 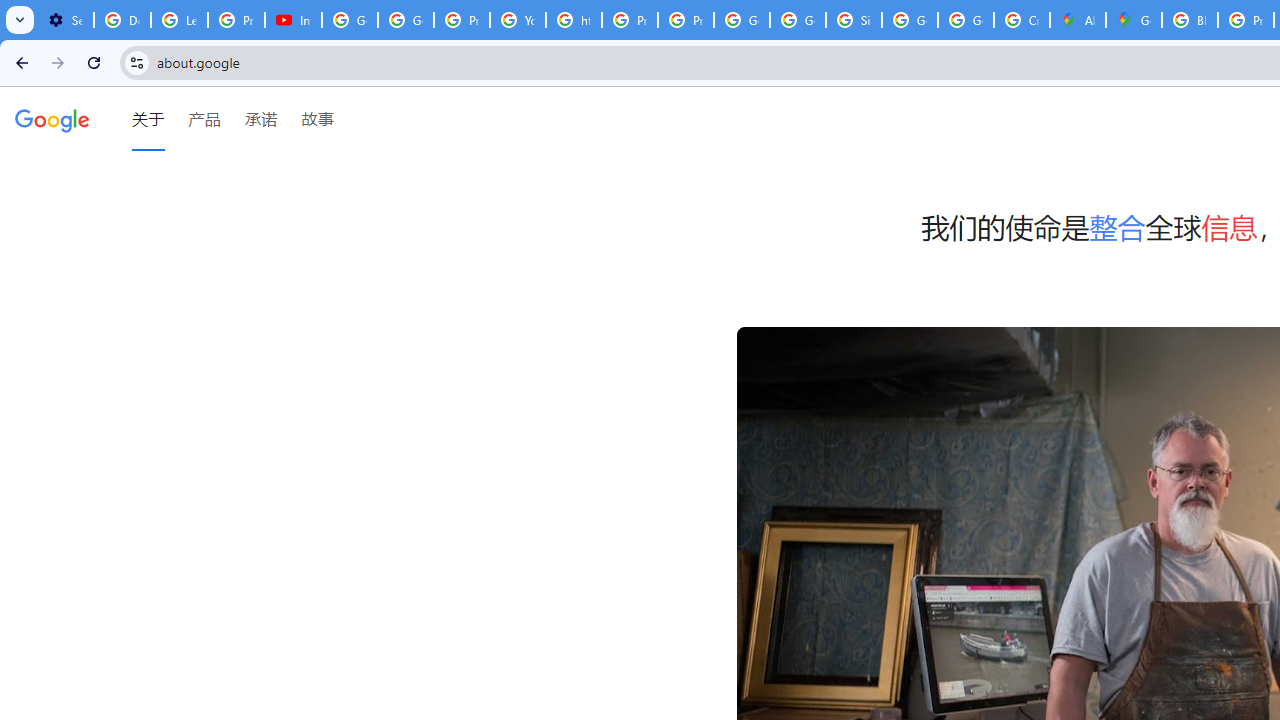 I want to click on 'Privacy Help Center - Policies Help', so click(x=628, y=20).